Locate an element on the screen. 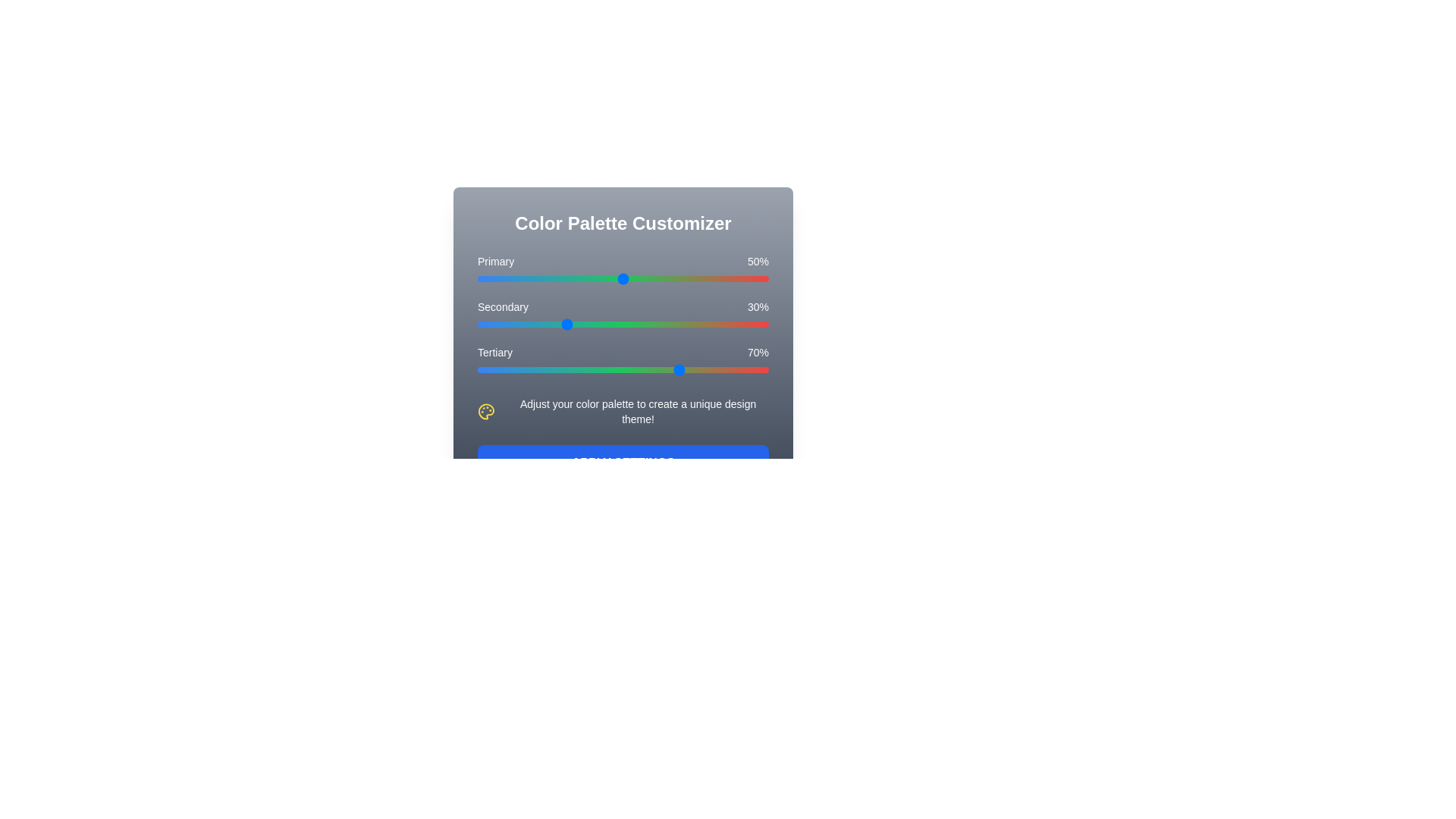 This screenshot has height=819, width=1456. the text label that describes the color customization category located in the upper section of the interface, positioned to the left of the percentage value ('50%') is located at coordinates (496, 260).